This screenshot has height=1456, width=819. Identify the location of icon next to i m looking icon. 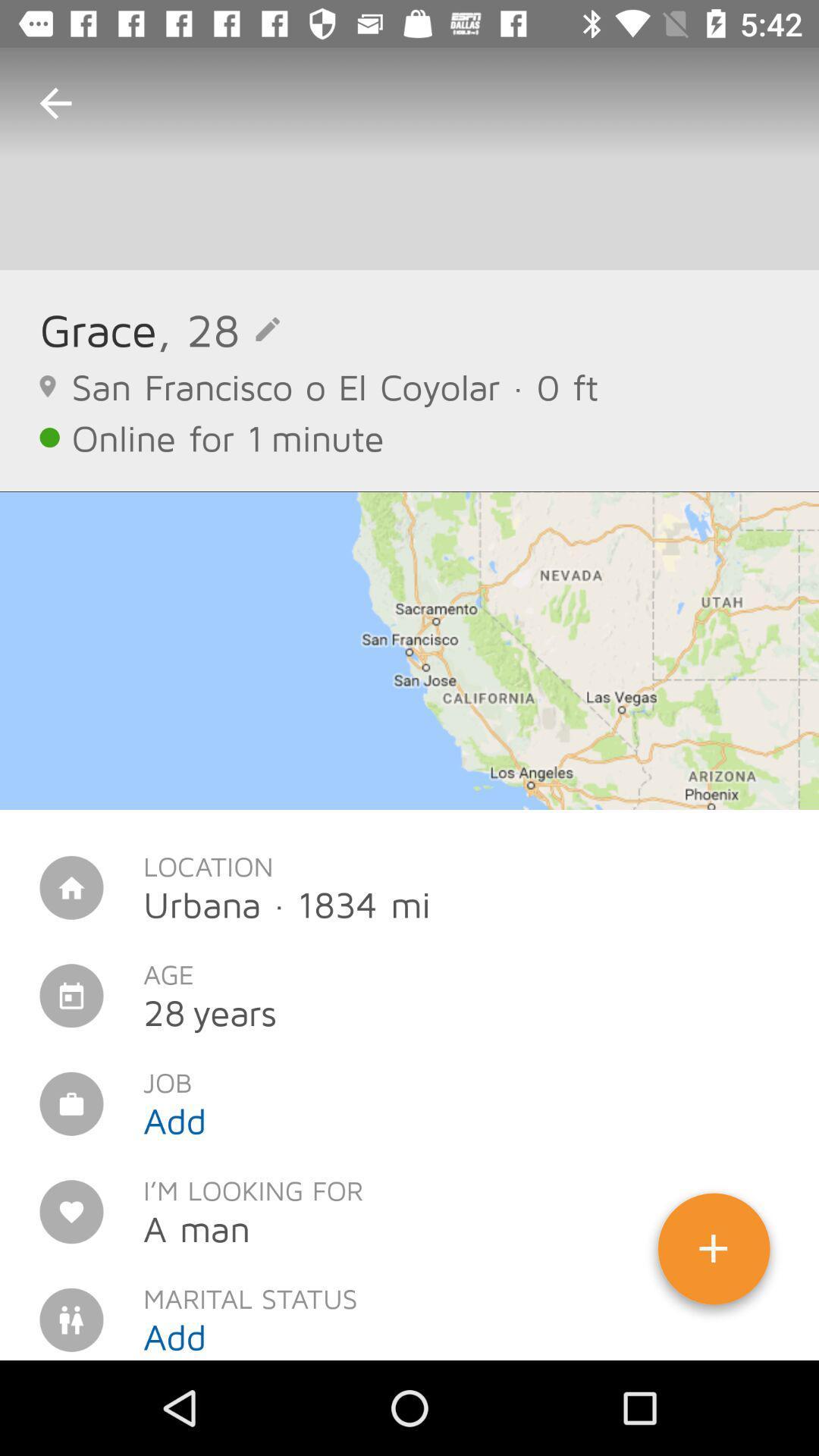
(714, 1254).